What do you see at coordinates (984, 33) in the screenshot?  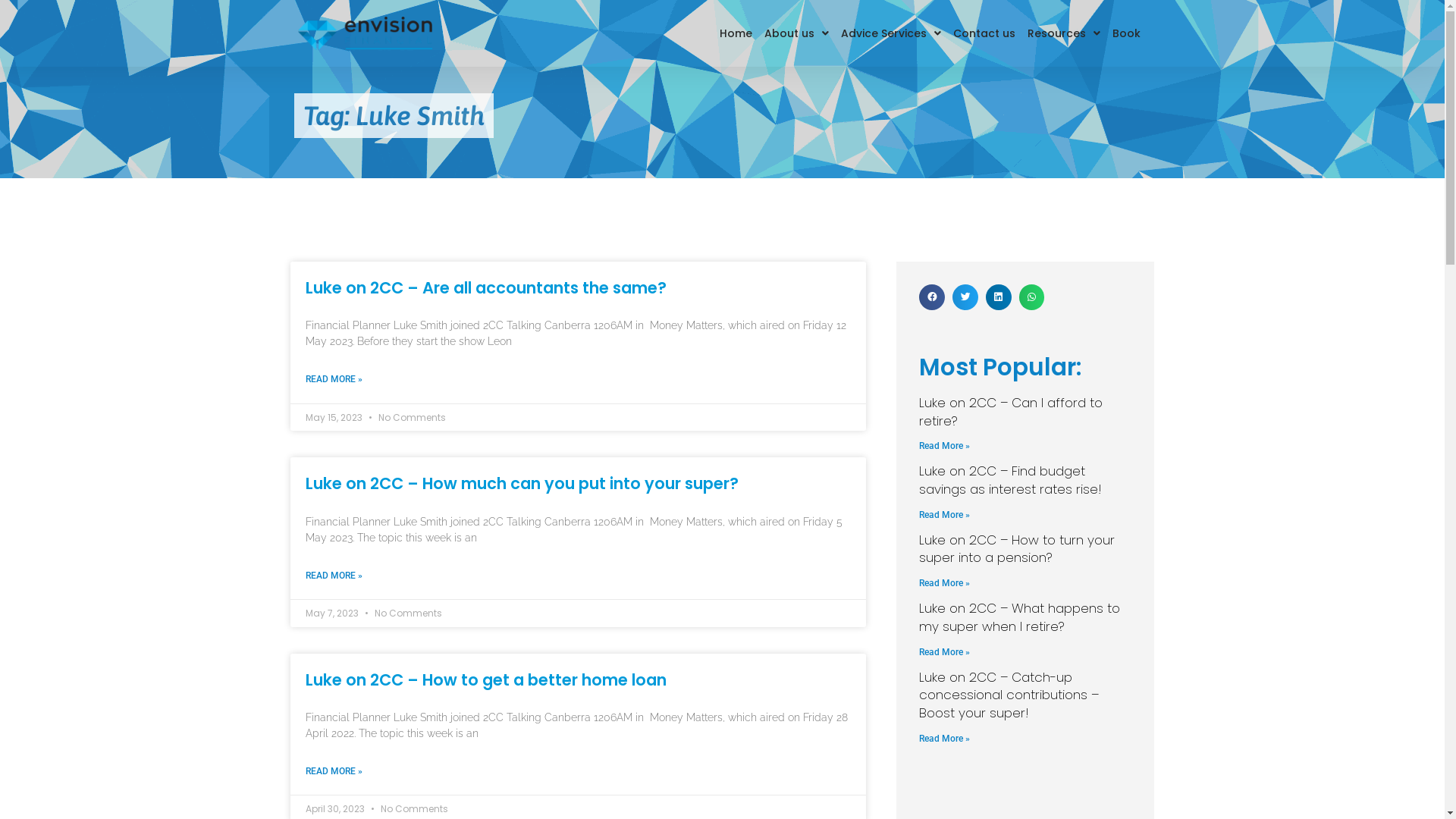 I see `'Contact us'` at bounding box center [984, 33].